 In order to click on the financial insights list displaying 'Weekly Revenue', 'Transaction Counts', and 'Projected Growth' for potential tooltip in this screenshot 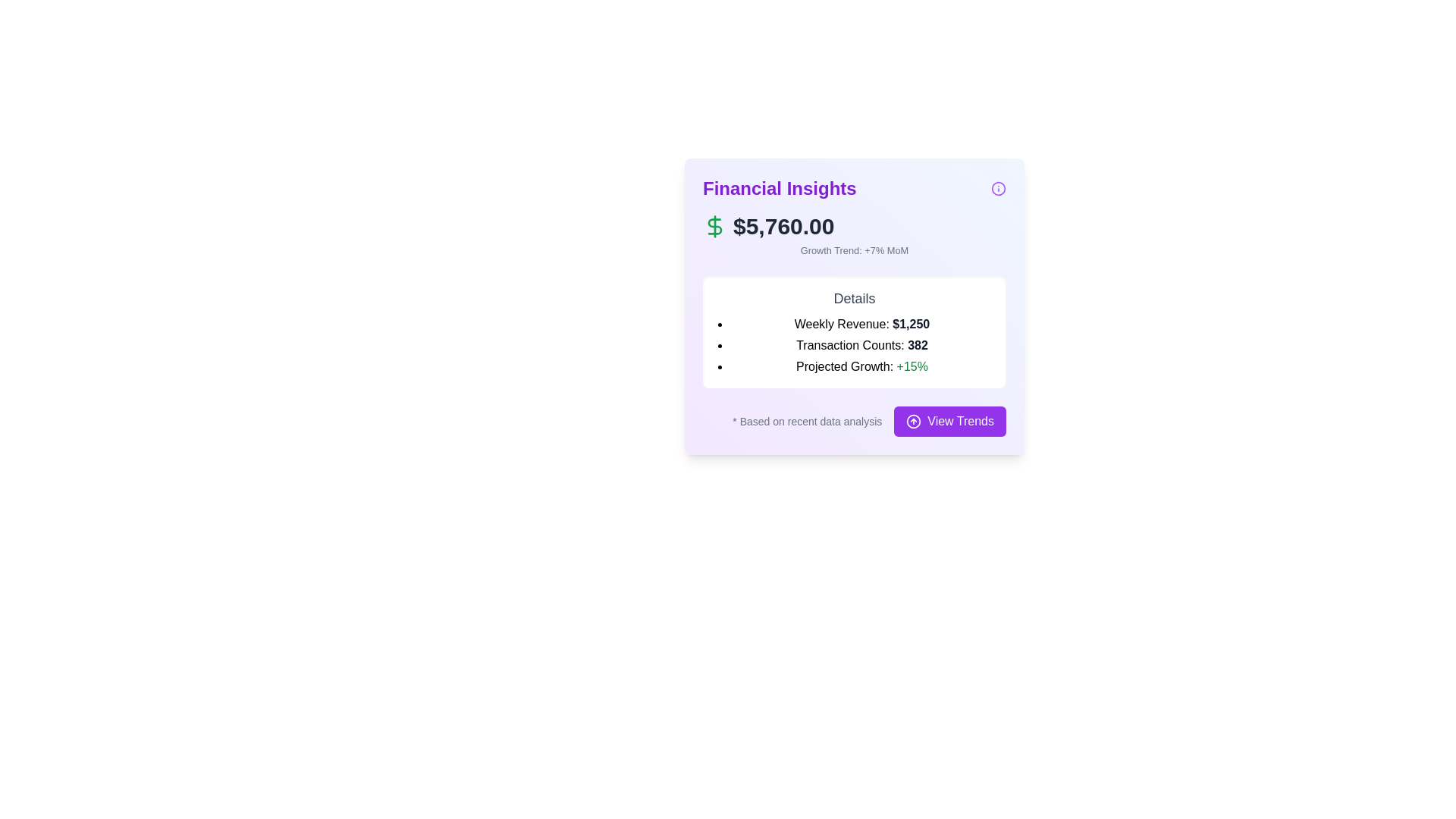, I will do `click(855, 345)`.